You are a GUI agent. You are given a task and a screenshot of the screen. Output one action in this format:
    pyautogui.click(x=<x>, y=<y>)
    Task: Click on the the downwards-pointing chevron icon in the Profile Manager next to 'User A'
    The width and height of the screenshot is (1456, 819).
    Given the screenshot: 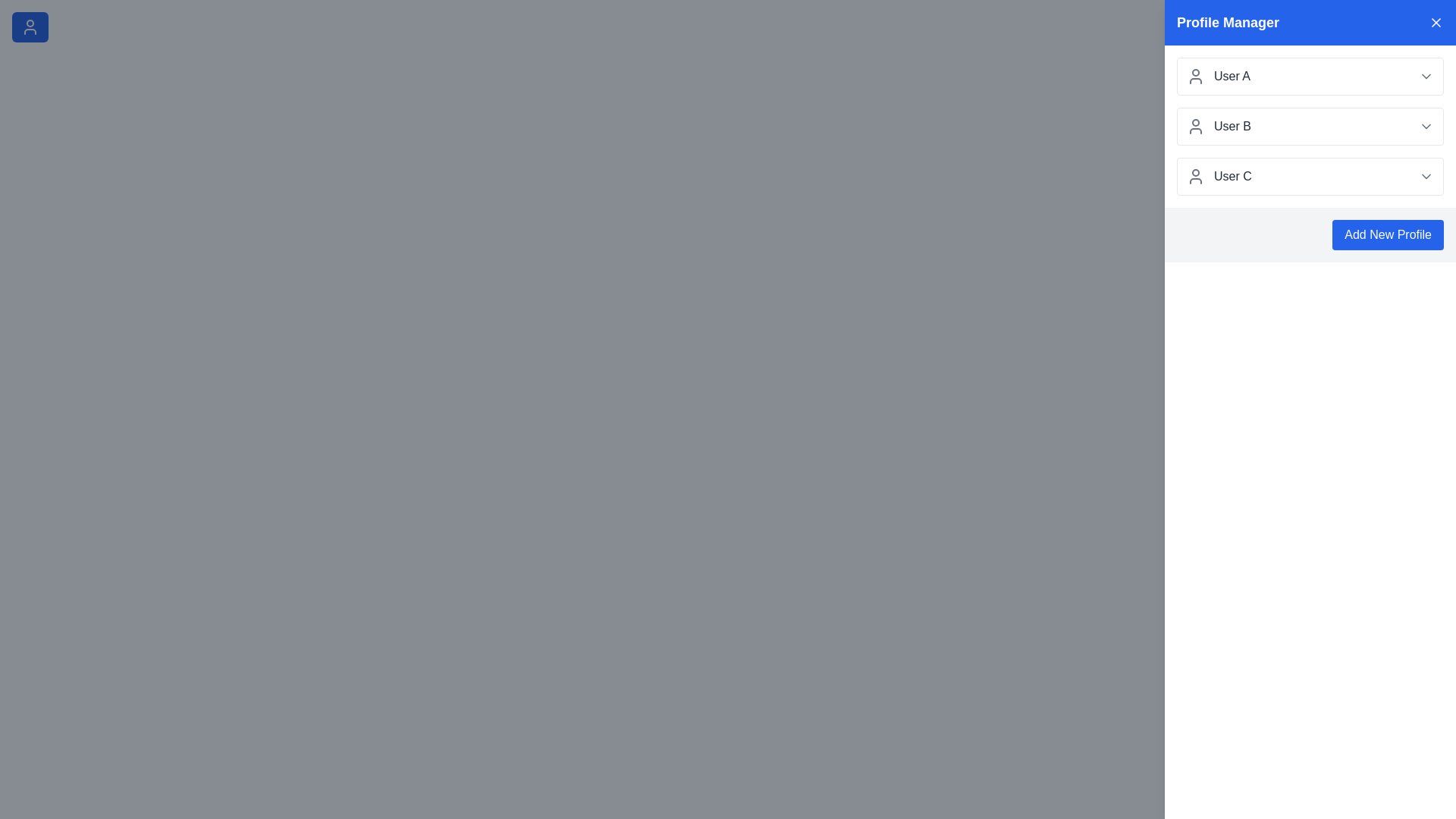 What is the action you would take?
    pyautogui.click(x=1426, y=76)
    